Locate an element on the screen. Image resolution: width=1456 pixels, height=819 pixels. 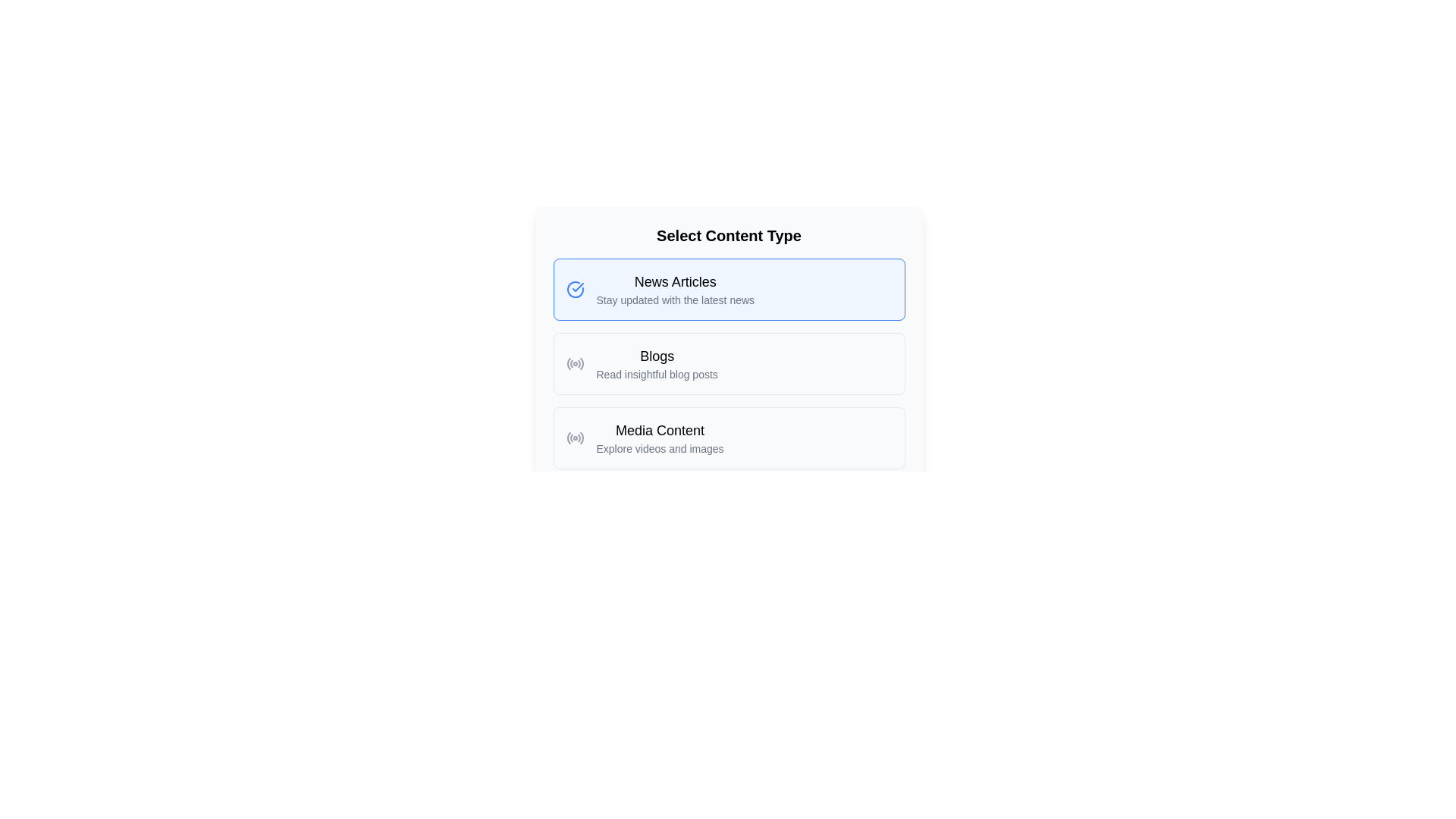
the Text Block that serves as a selectable option for navigating to the blog content section, located centrally in a card layout between the 'News Articles' and 'Media Content' cards is located at coordinates (657, 363).